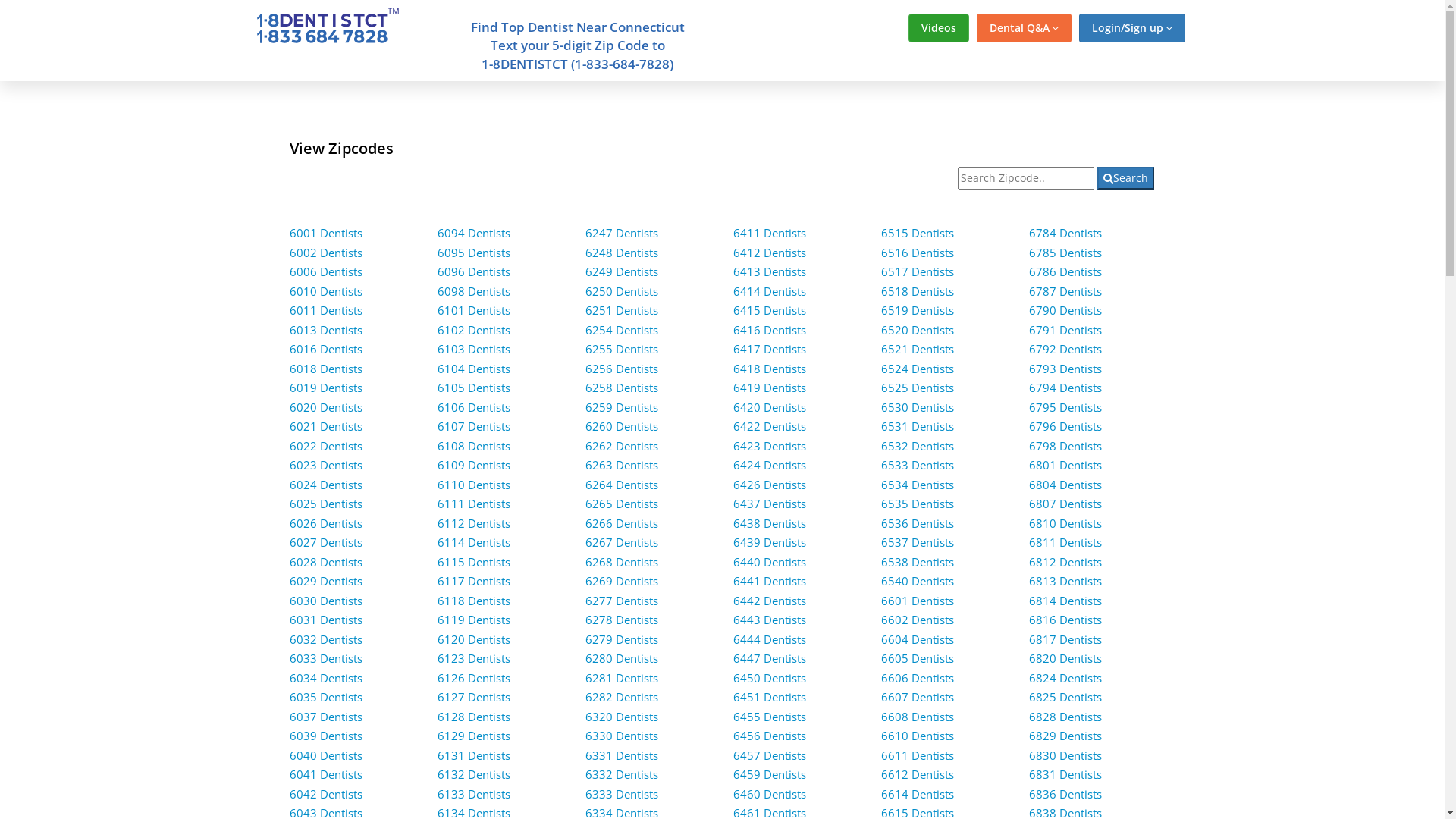  I want to click on '6112 Dentists', so click(472, 522).